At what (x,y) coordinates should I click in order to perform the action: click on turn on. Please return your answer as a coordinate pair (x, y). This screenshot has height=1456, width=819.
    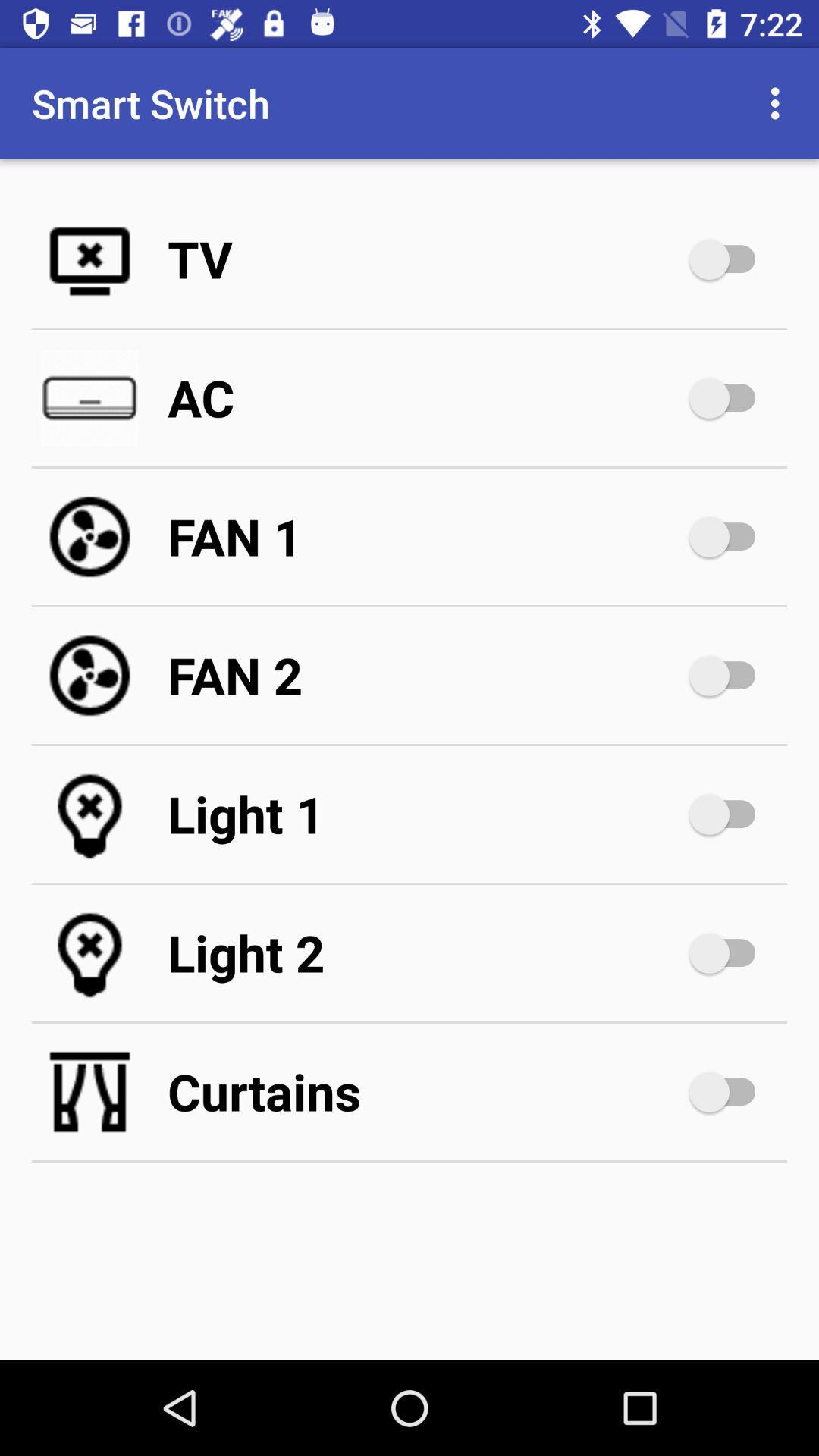
    Looking at the image, I should click on (729, 259).